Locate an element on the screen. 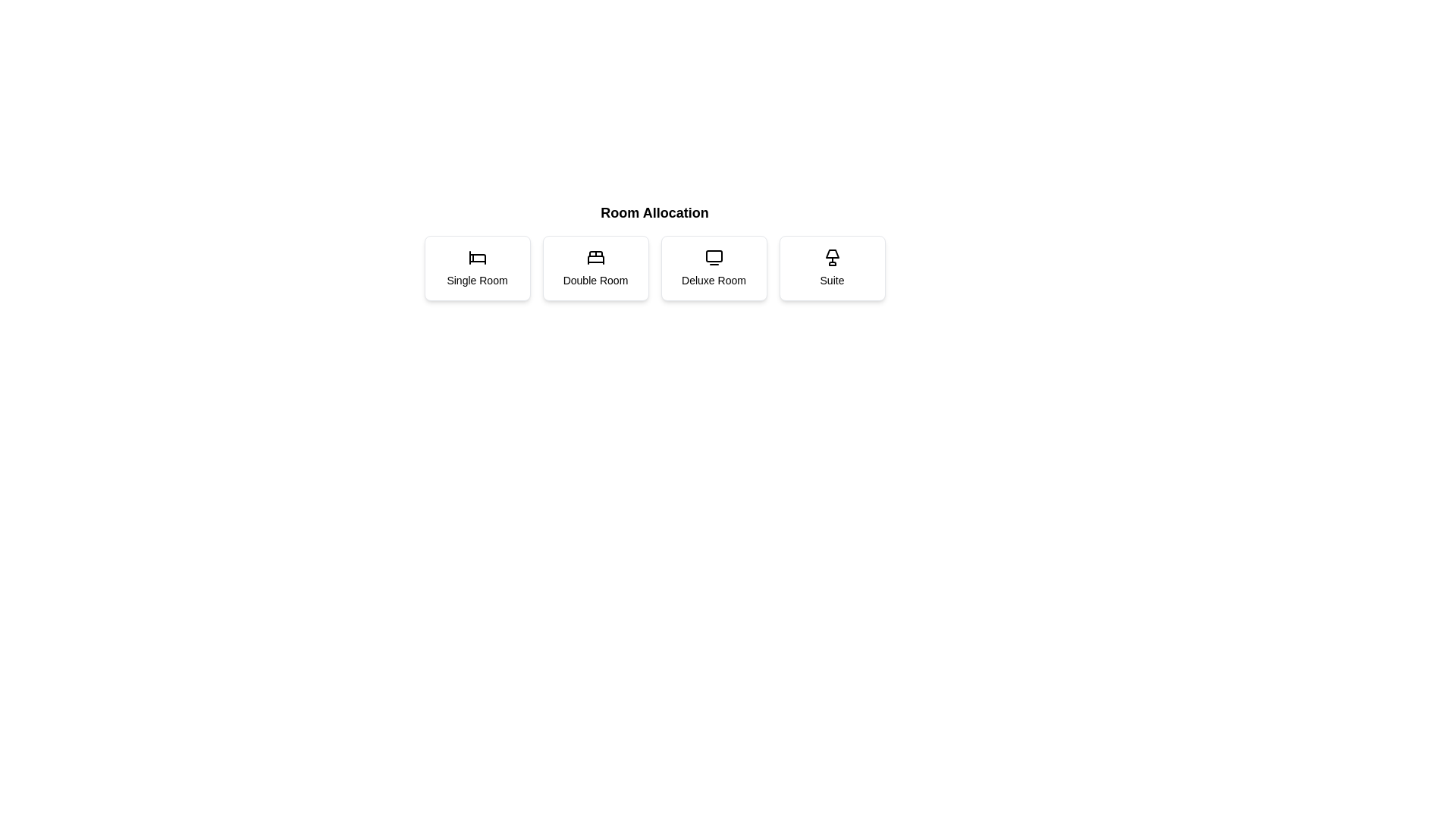  the room option for Single Room is located at coordinates (476, 268).